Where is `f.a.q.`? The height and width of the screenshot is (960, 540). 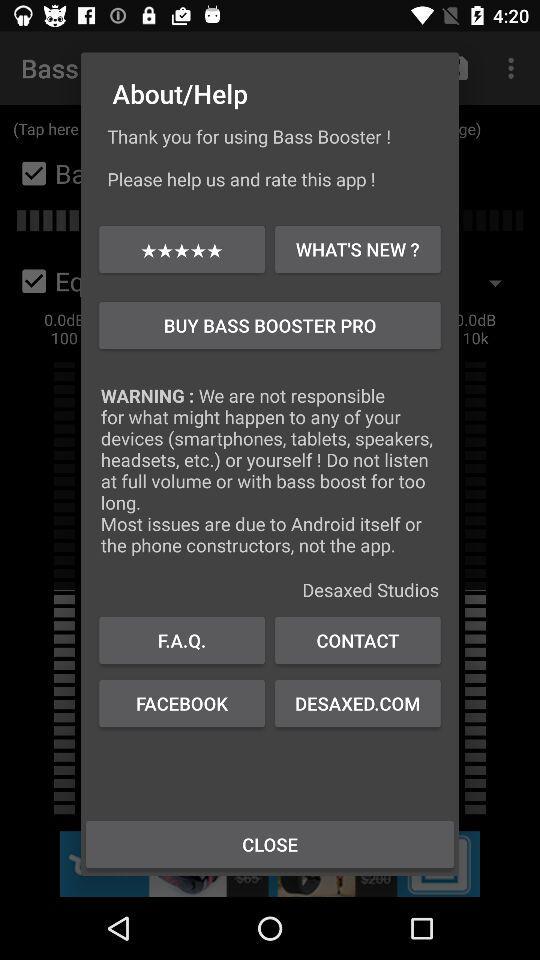 f.a.q. is located at coordinates (182, 639).